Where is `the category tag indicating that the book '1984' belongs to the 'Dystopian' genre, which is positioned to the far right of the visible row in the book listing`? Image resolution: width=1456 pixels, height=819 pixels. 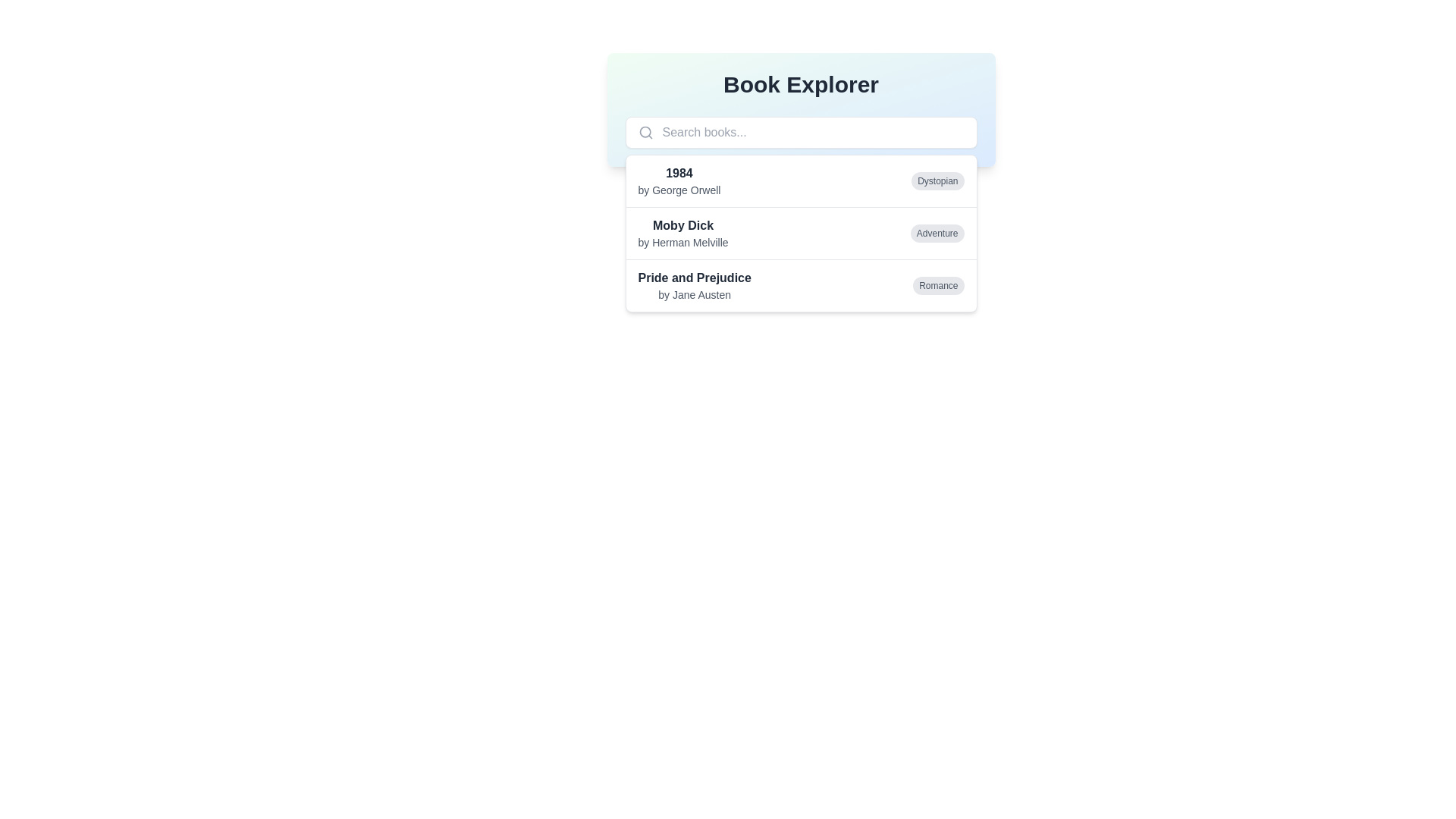
the category tag indicating that the book '1984' belongs to the 'Dystopian' genre, which is positioned to the far right of the visible row in the book listing is located at coordinates (937, 180).